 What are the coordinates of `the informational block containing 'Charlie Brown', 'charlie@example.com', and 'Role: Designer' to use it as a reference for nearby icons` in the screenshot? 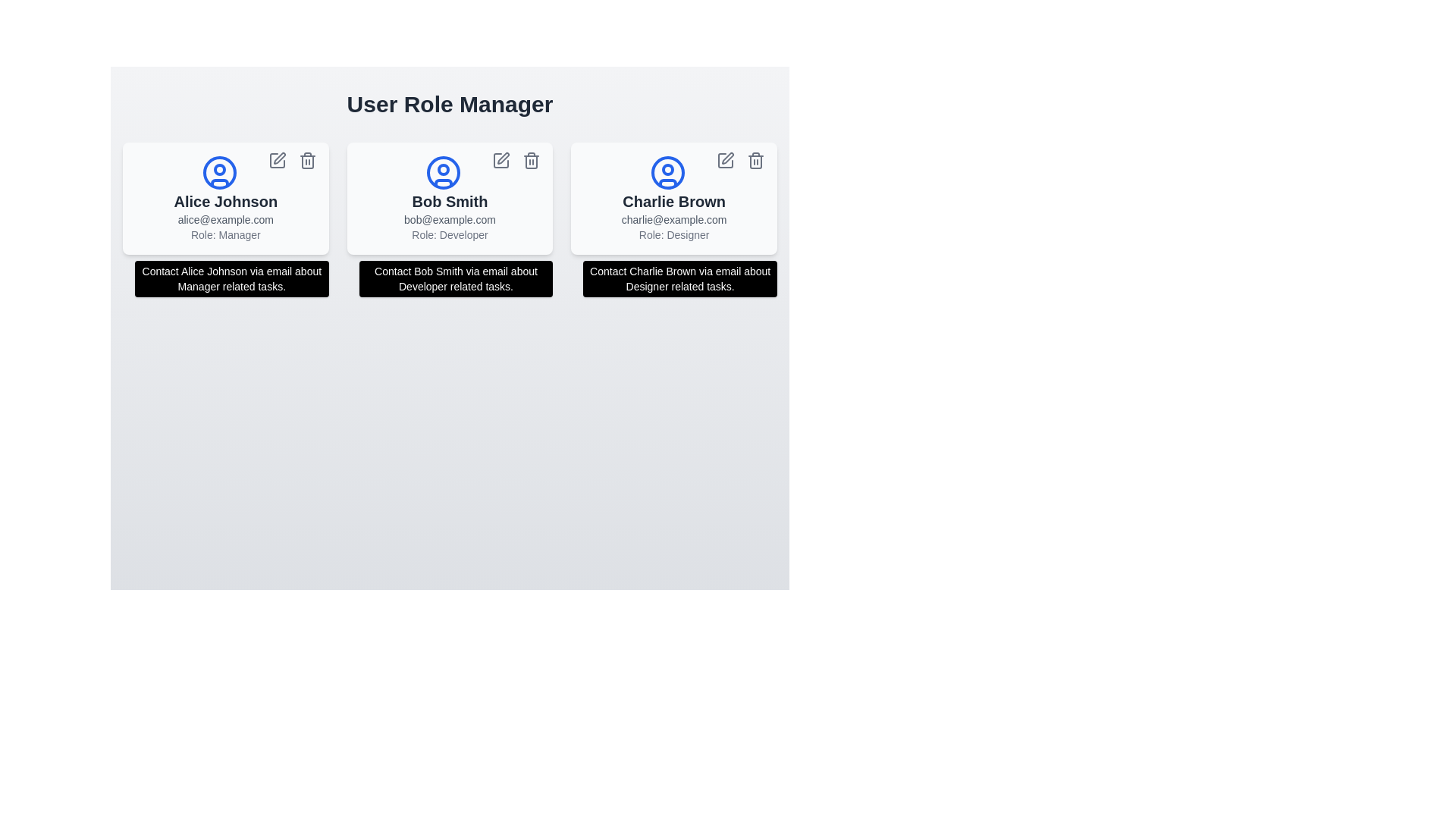 It's located at (673, 216).